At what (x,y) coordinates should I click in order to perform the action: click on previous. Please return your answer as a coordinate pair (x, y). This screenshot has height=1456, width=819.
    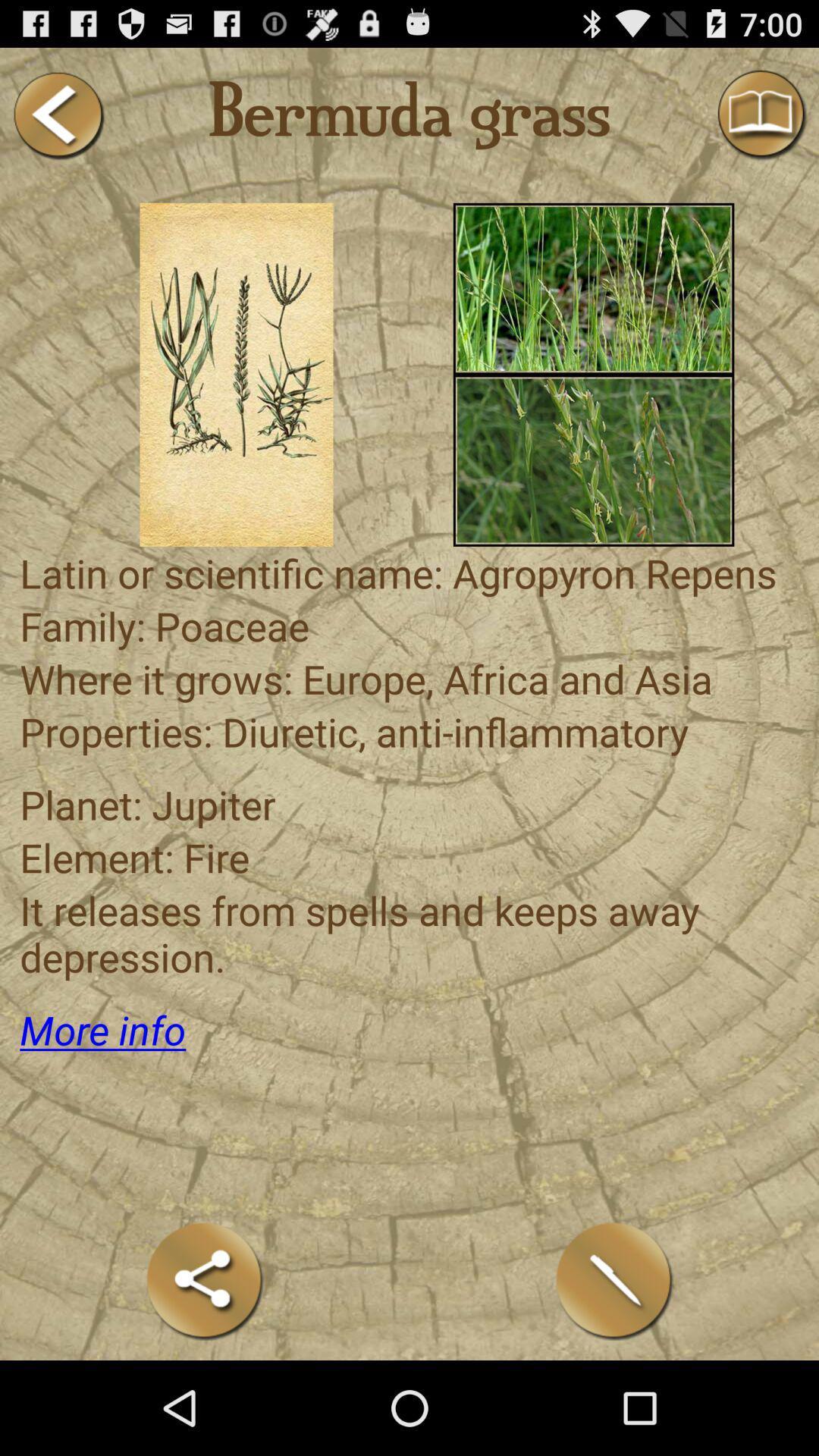
    Looking at the image, I should click on (57, 115).